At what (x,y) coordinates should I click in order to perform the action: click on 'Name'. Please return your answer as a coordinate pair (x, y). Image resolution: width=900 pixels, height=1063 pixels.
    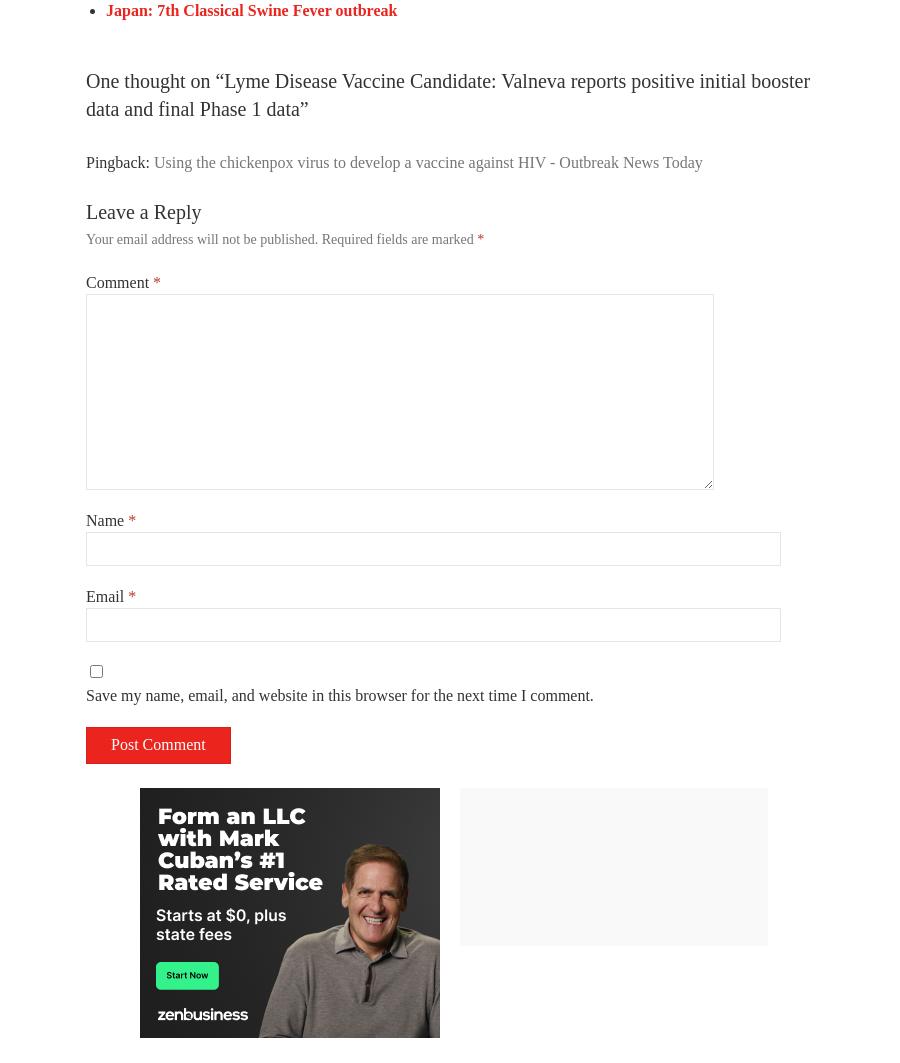
    Looking at the image, I should click on (85, 519).